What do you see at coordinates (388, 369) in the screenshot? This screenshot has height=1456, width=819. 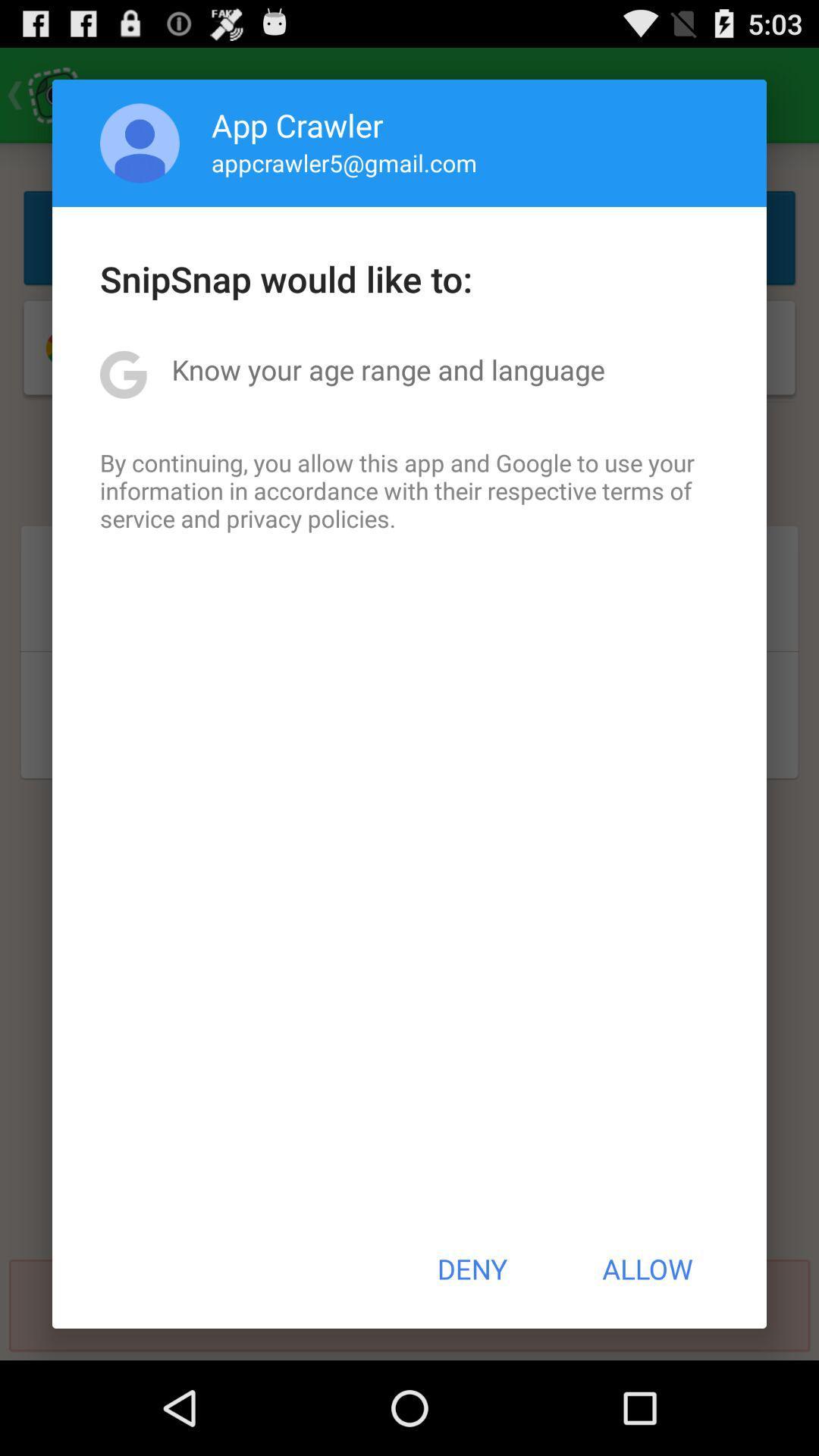 I see `icon above by continuing you item` at bounding box center [388, 369].